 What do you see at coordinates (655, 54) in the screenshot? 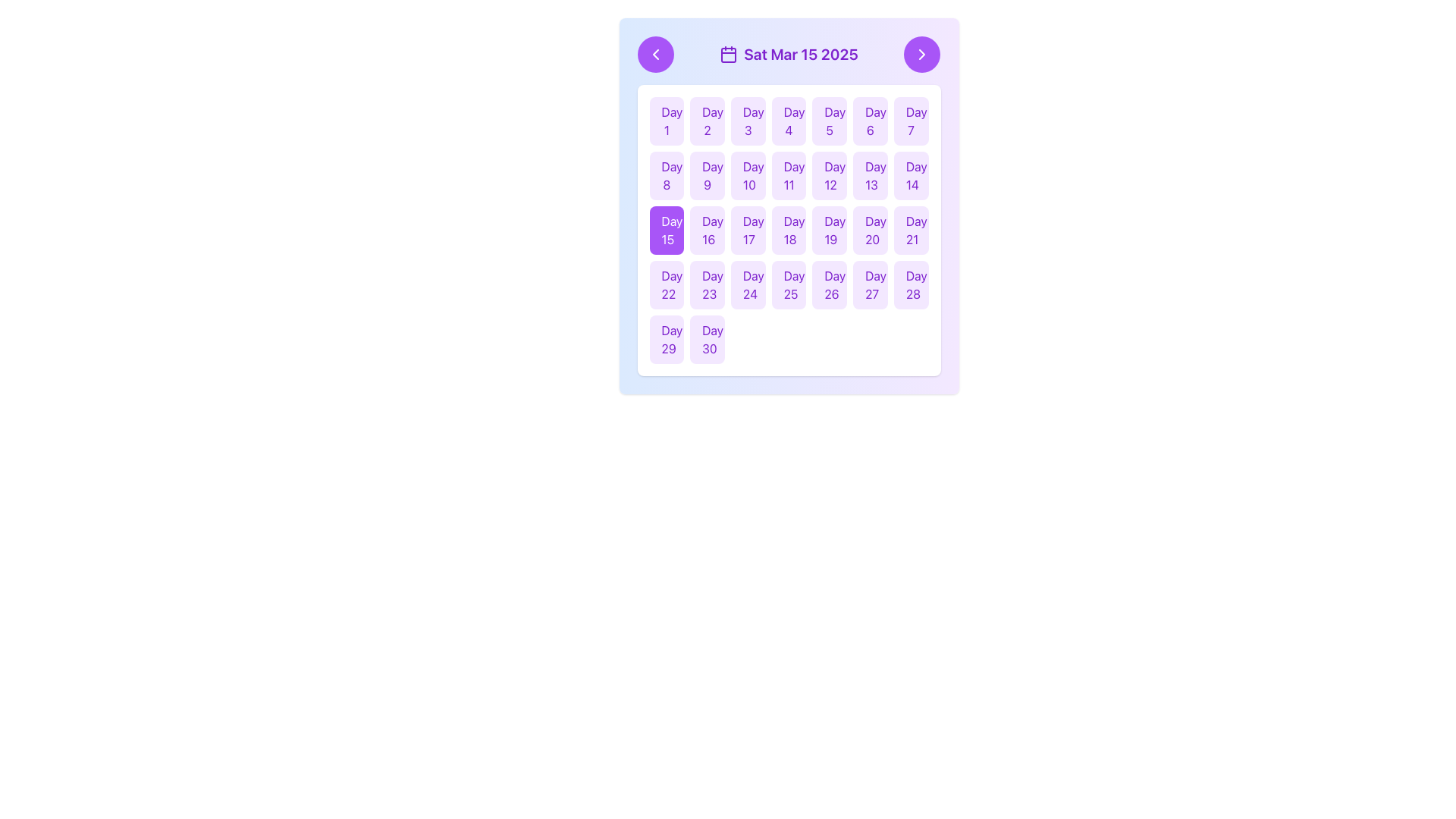
I see `the chevron icon located on the left side of the calendar interface's header` at bounding box center [655, 54].